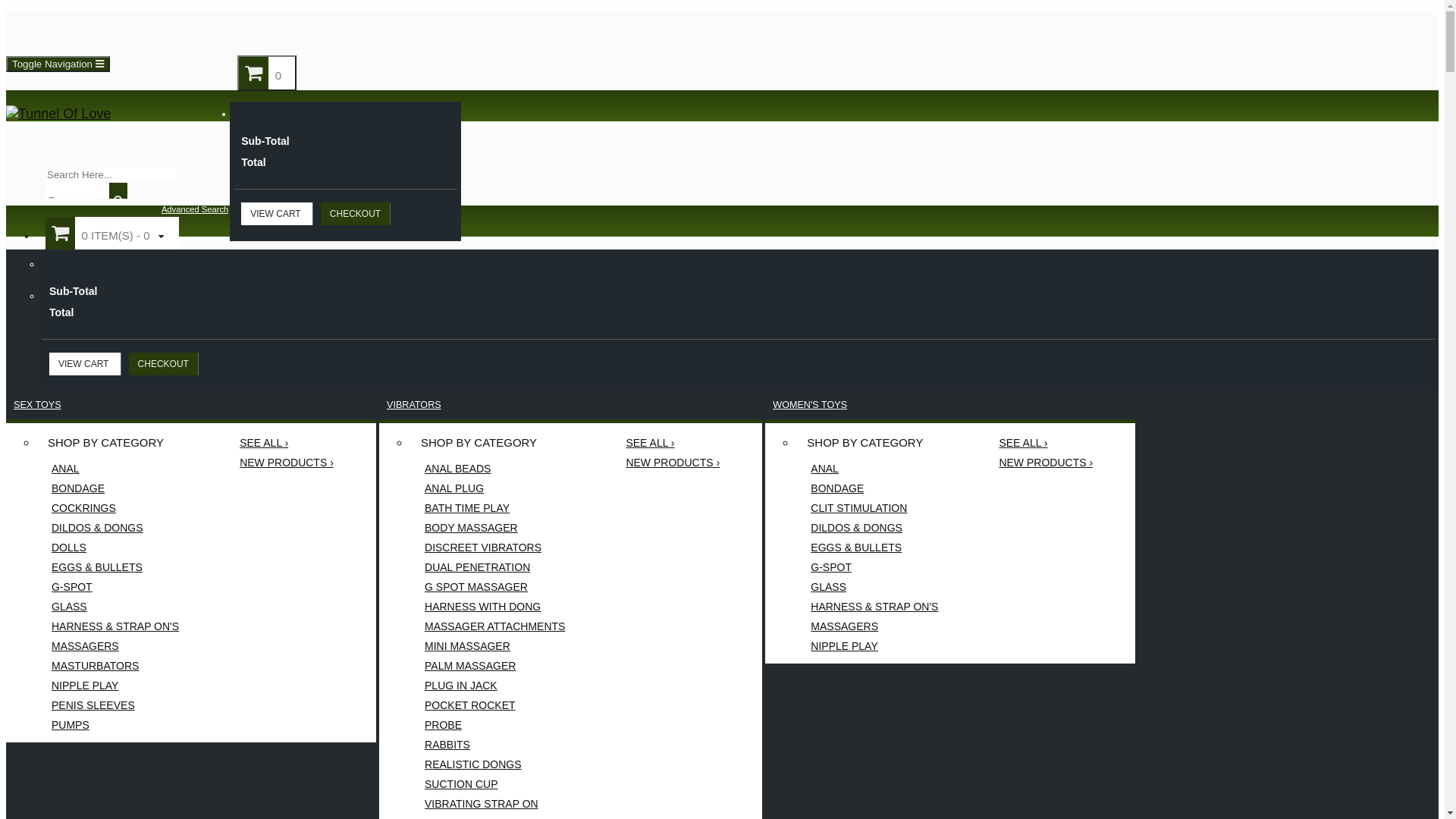 The height and width of the screenshot is (819, 1456). I want to click on 'DOLLS', so click(115, 547).